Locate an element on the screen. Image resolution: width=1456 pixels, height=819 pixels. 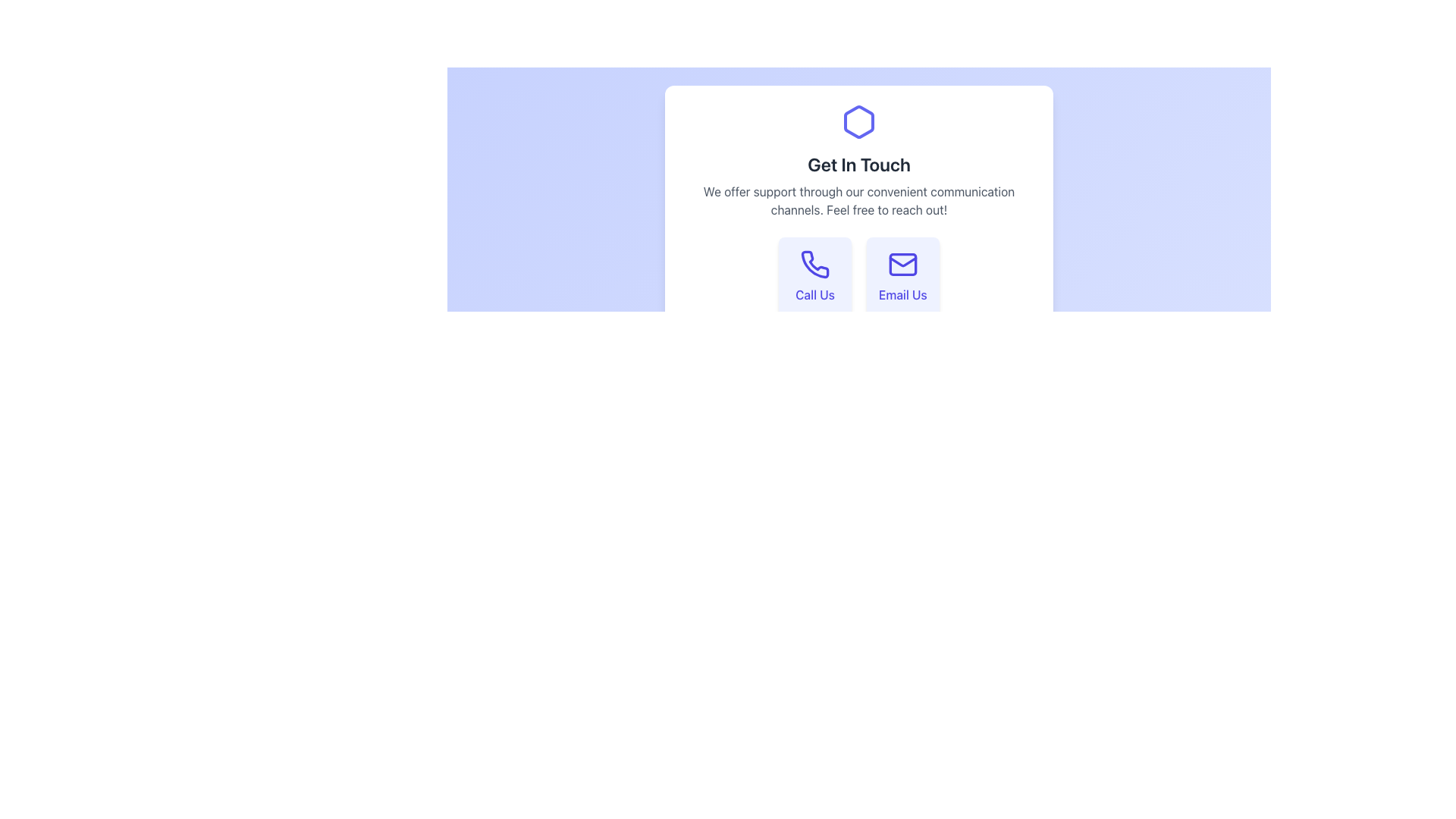
the static text label displaying 'Email Us' in indigo blue color, located beneath the envelope icon within the contact option card is located at coordinates (902, 295).